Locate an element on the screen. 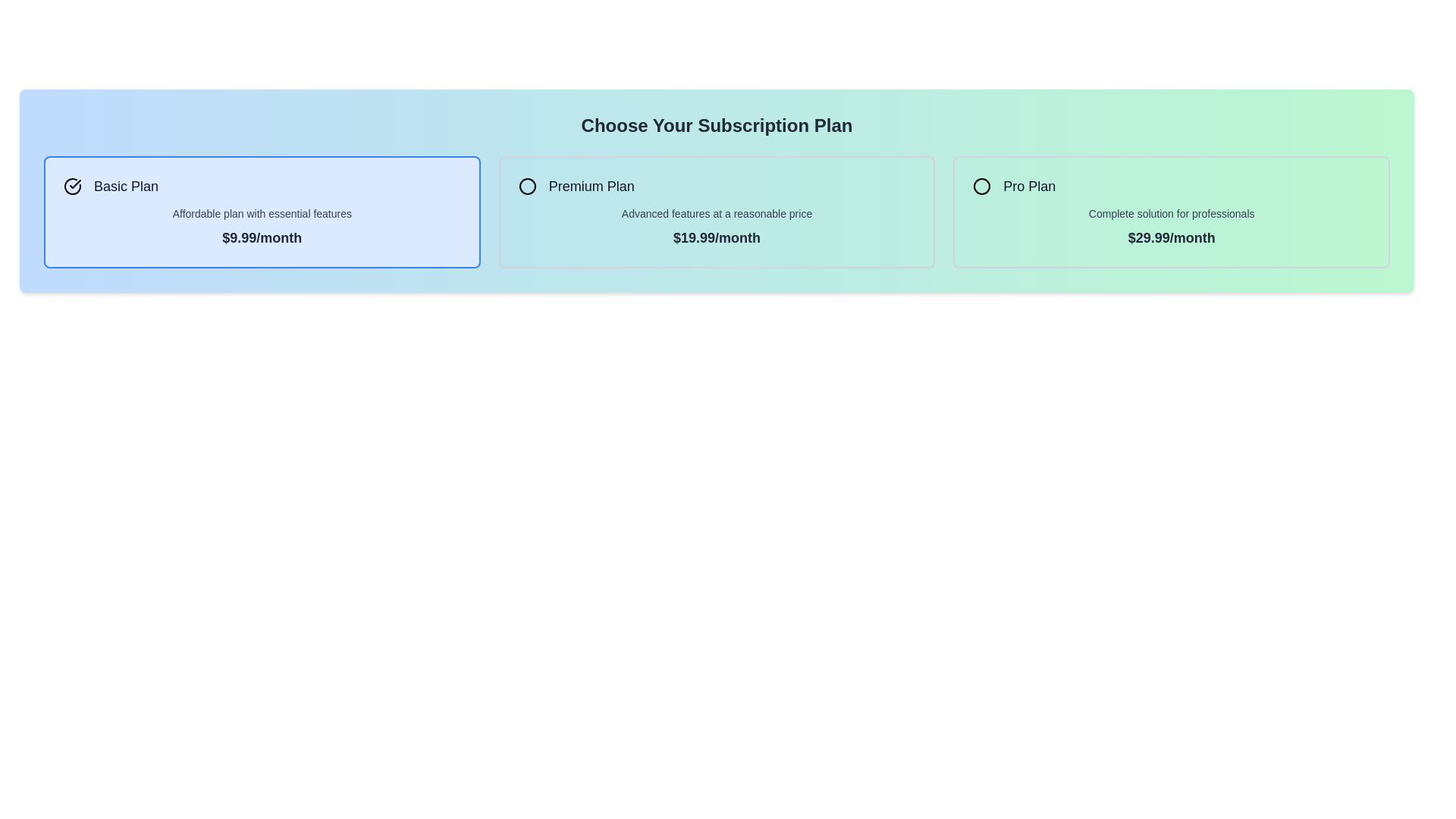  the text that serves as the heading for the Basic Plan subscription tier is located at coordinates (126, 186).